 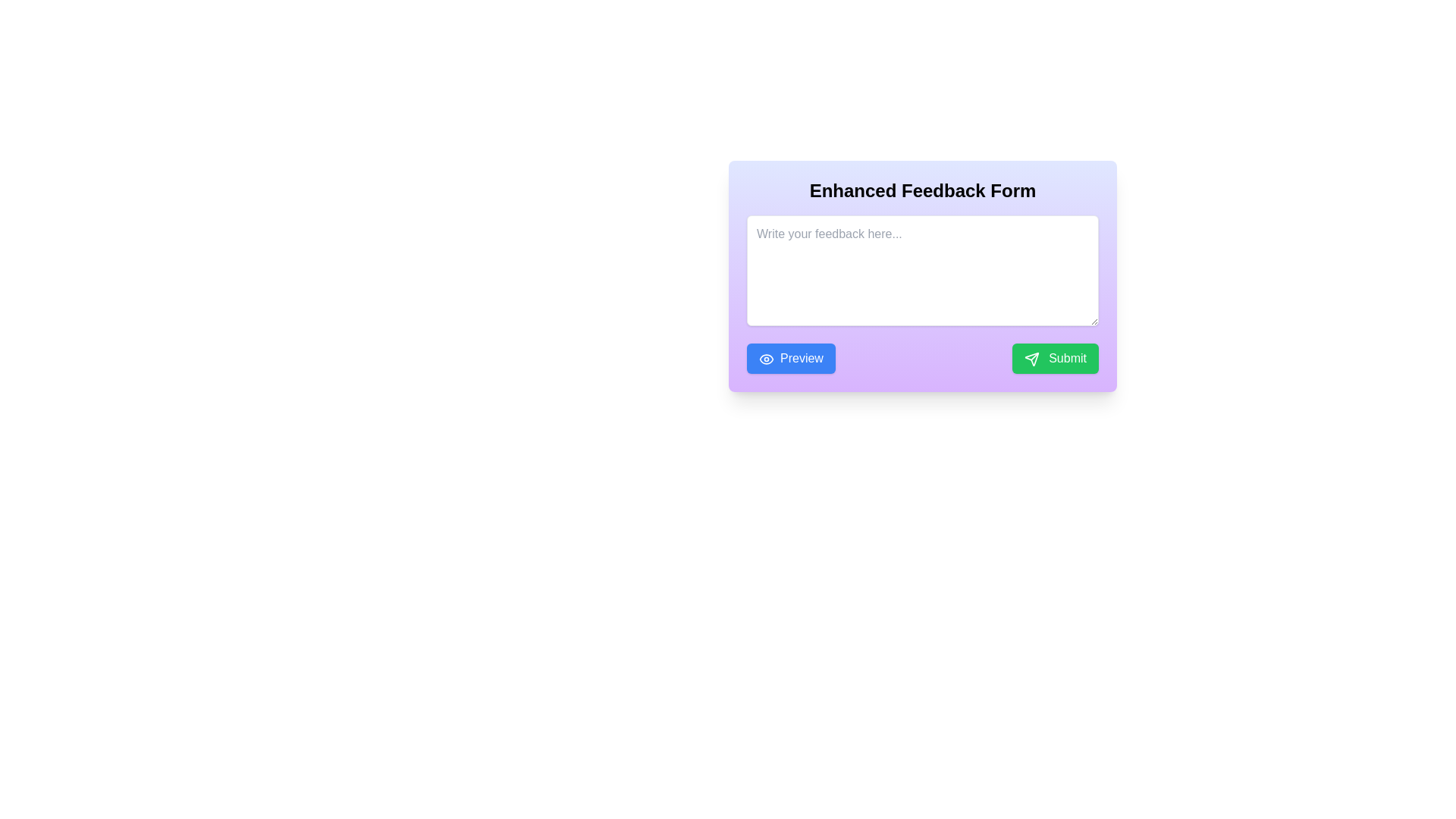 I want to click on the thin, arrow-like icon located in the top-right corner of the green 'Submit' button at the bottom-right of the form, so click(x=1031, y=359).